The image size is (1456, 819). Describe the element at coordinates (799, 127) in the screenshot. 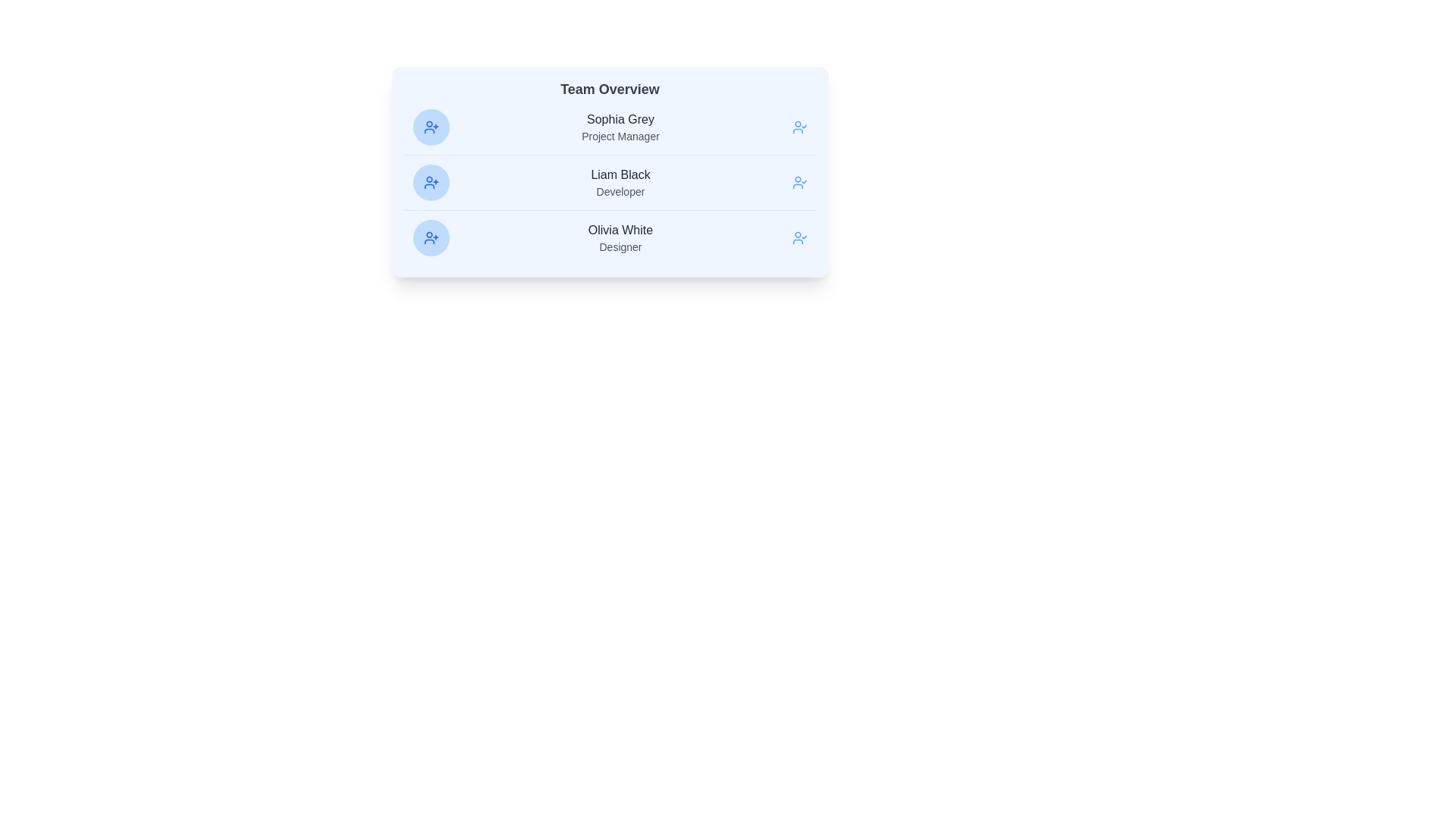

I see `the action icon located on the far right of the interface, aligned with the text 'Sophia Grey' and 'Project Manager'` at that location.